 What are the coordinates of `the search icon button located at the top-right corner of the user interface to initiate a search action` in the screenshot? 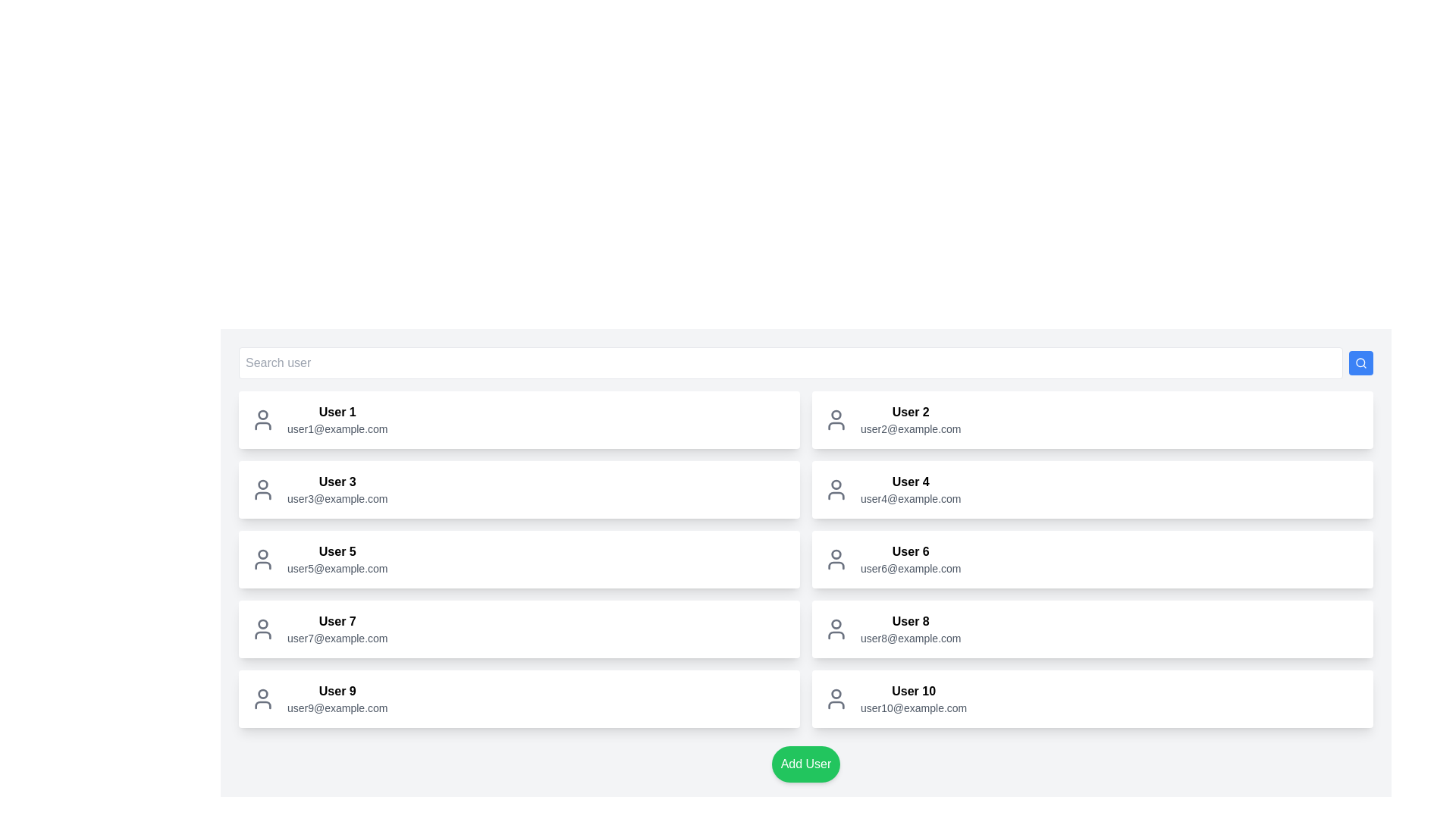 It's located at (1361, 362).